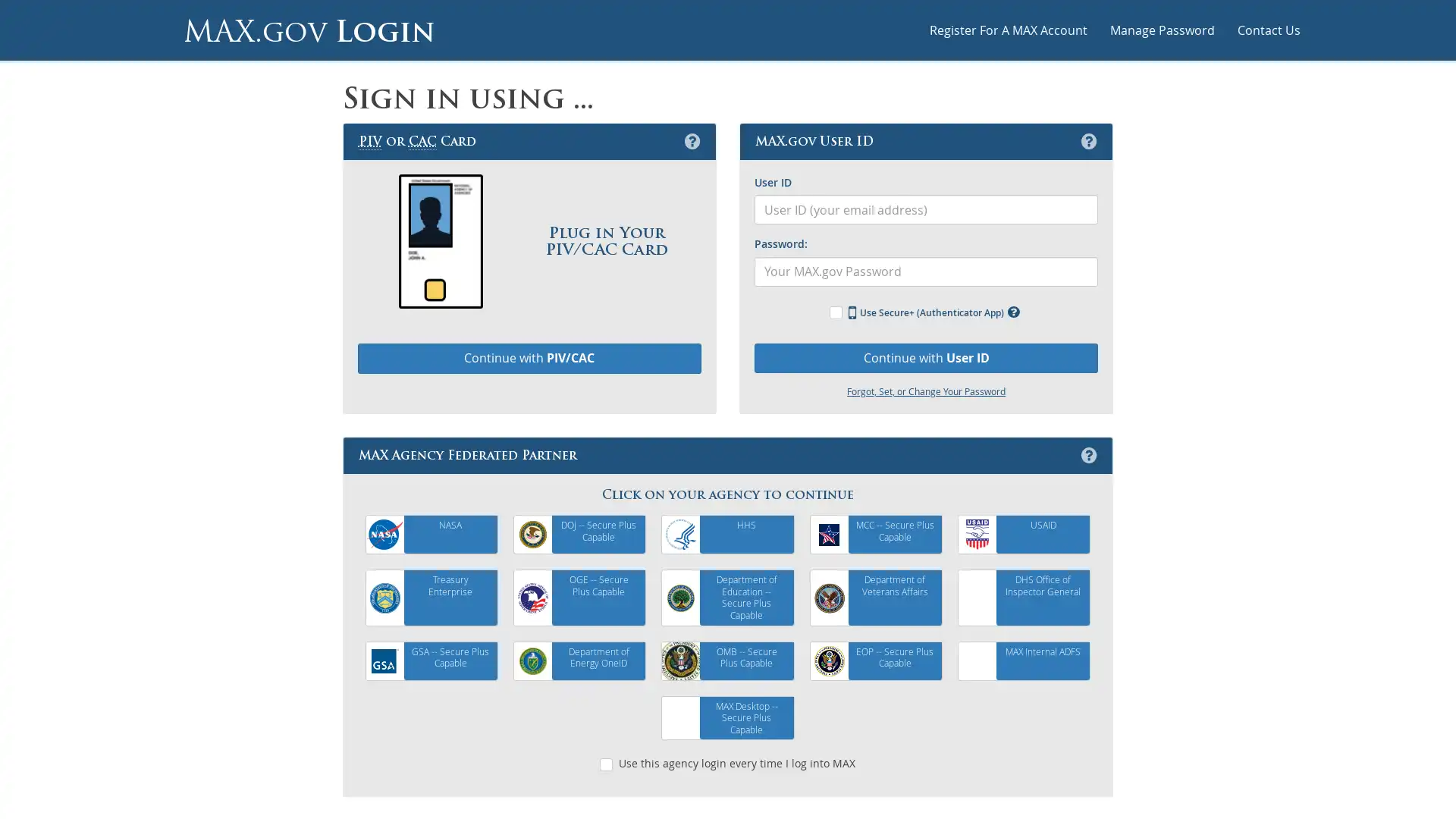  I want to click on Continue with User ID, so click(924, 357).